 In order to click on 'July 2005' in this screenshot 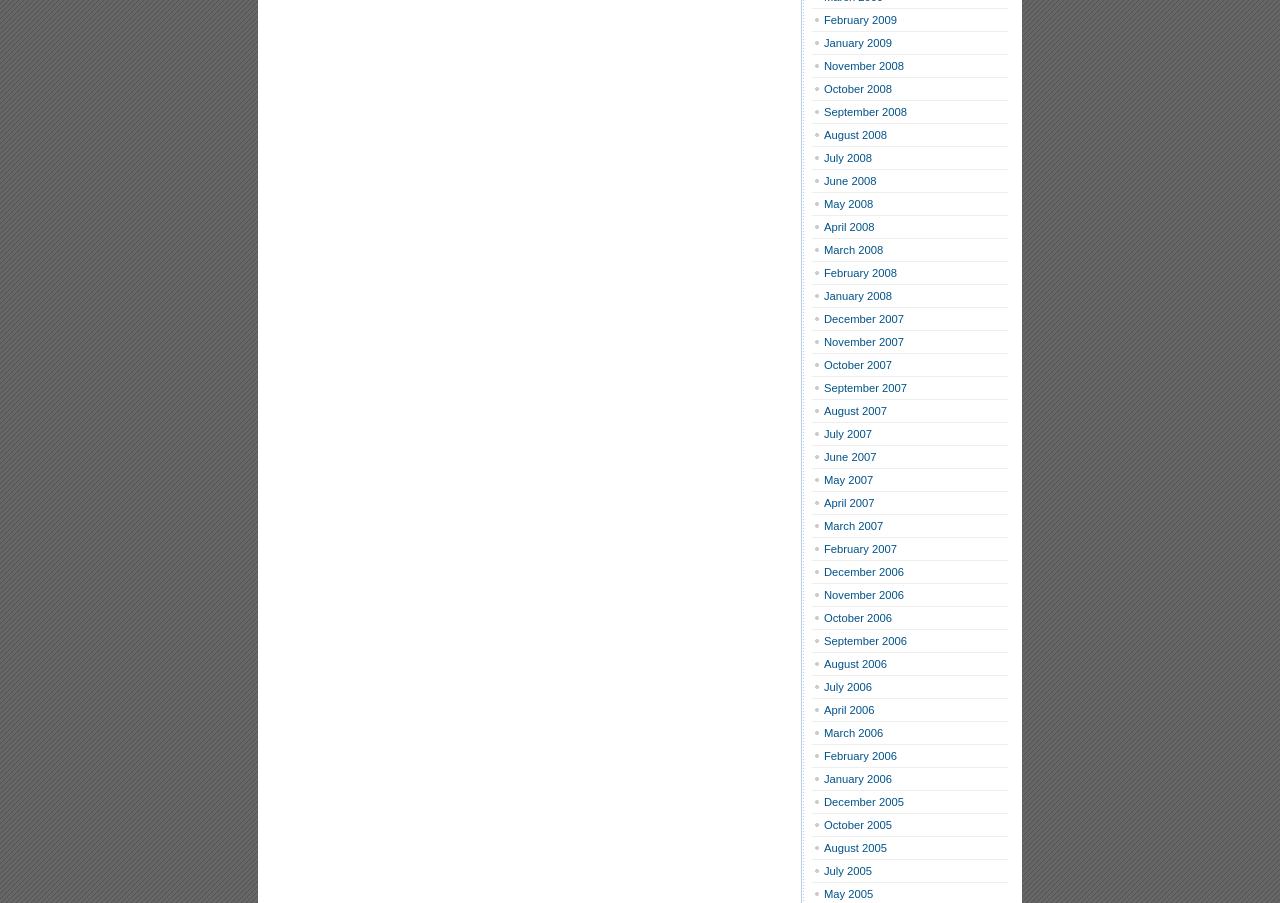, I will do `click(848, 871)`.